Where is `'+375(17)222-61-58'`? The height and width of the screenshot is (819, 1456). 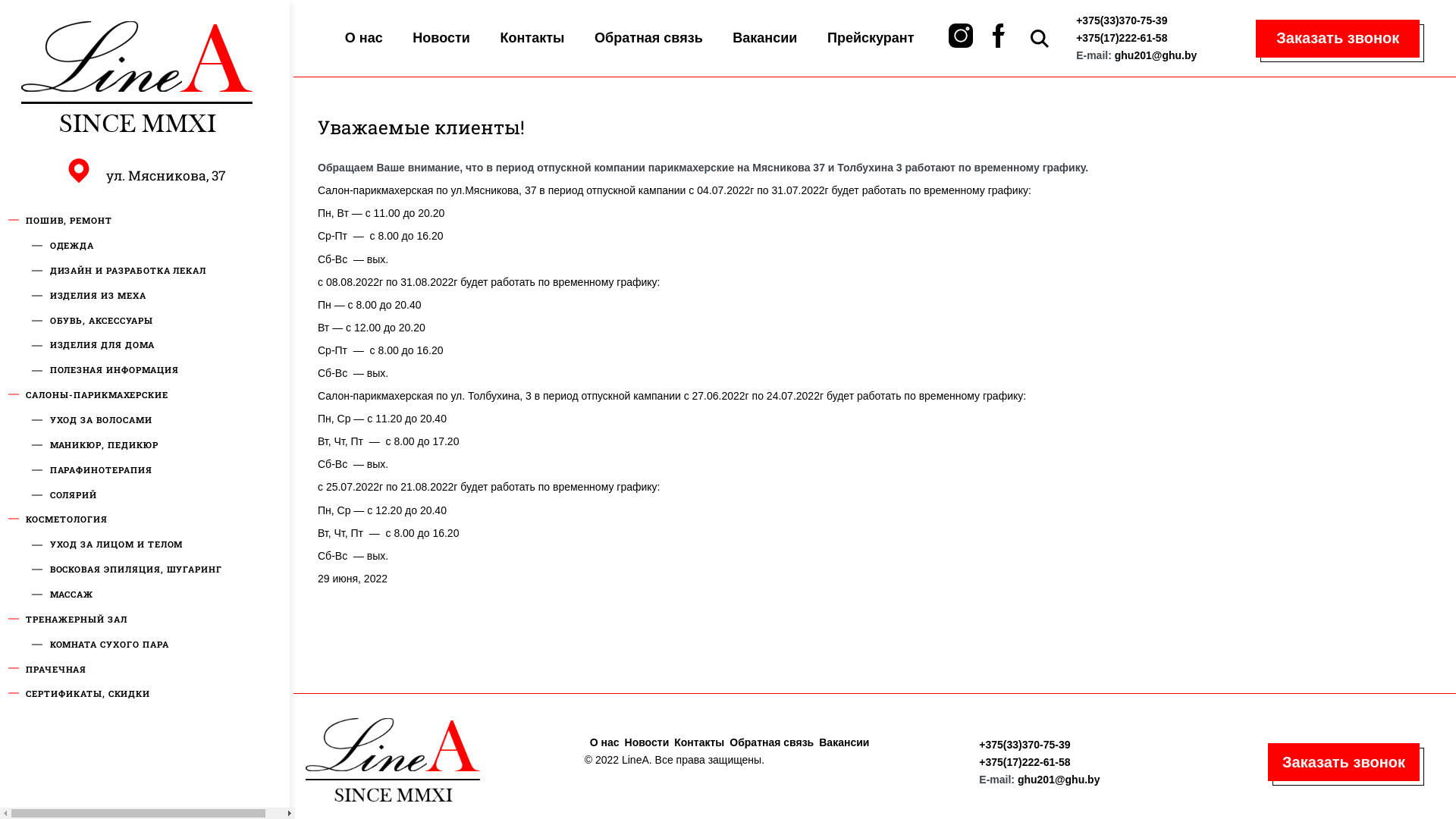
'+375(17)222-61-58' is located at coordinates (1024, 762).